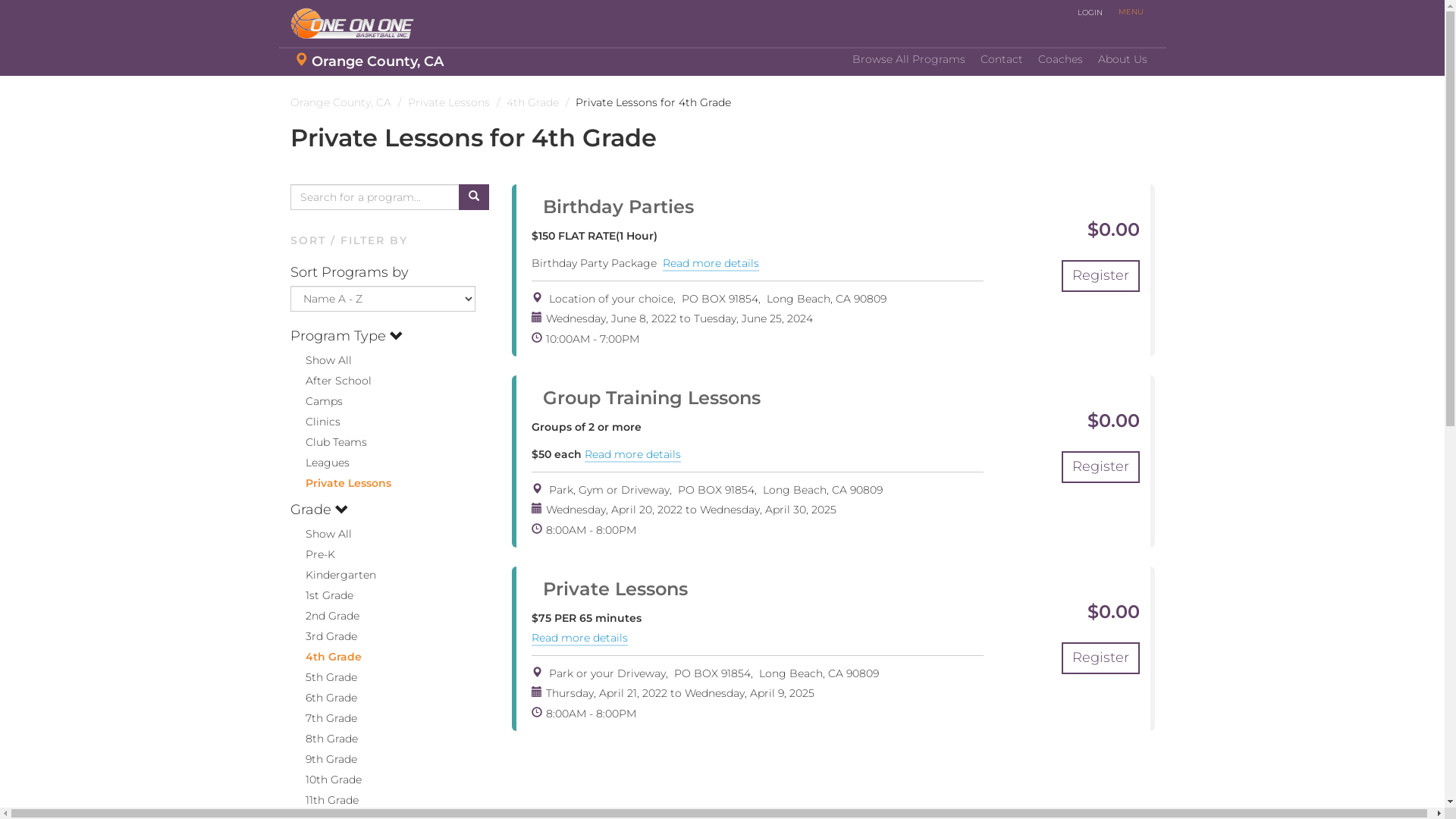 The width and height of the screenshot is (1456, 819). Describe the element at coordinates (1122, 58) in the screenshot. I see `'About Us'` at that location.